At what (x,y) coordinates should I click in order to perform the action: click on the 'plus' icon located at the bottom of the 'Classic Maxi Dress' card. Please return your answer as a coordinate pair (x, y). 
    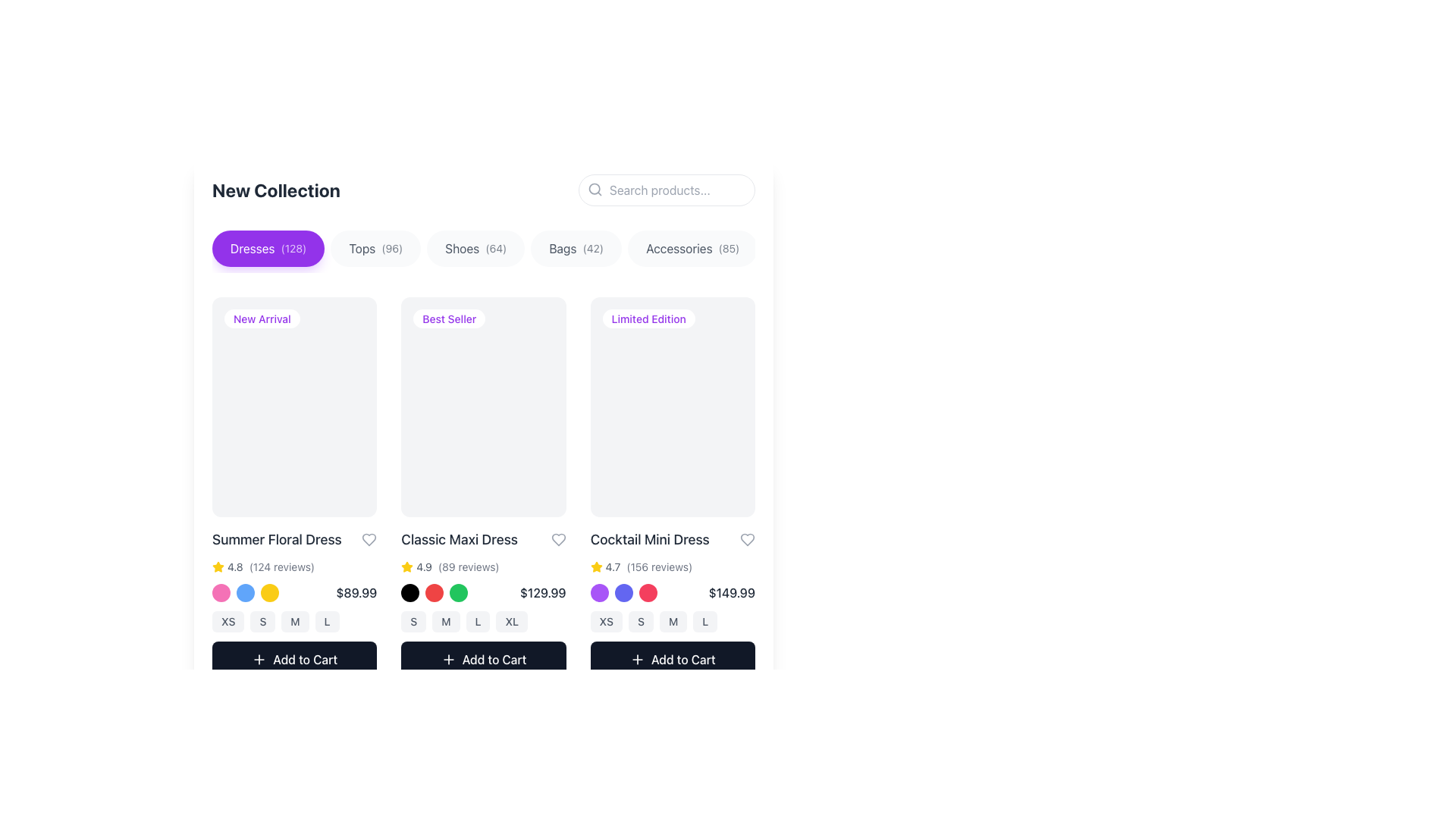
    Looking at the image, I should click on (447, 658).